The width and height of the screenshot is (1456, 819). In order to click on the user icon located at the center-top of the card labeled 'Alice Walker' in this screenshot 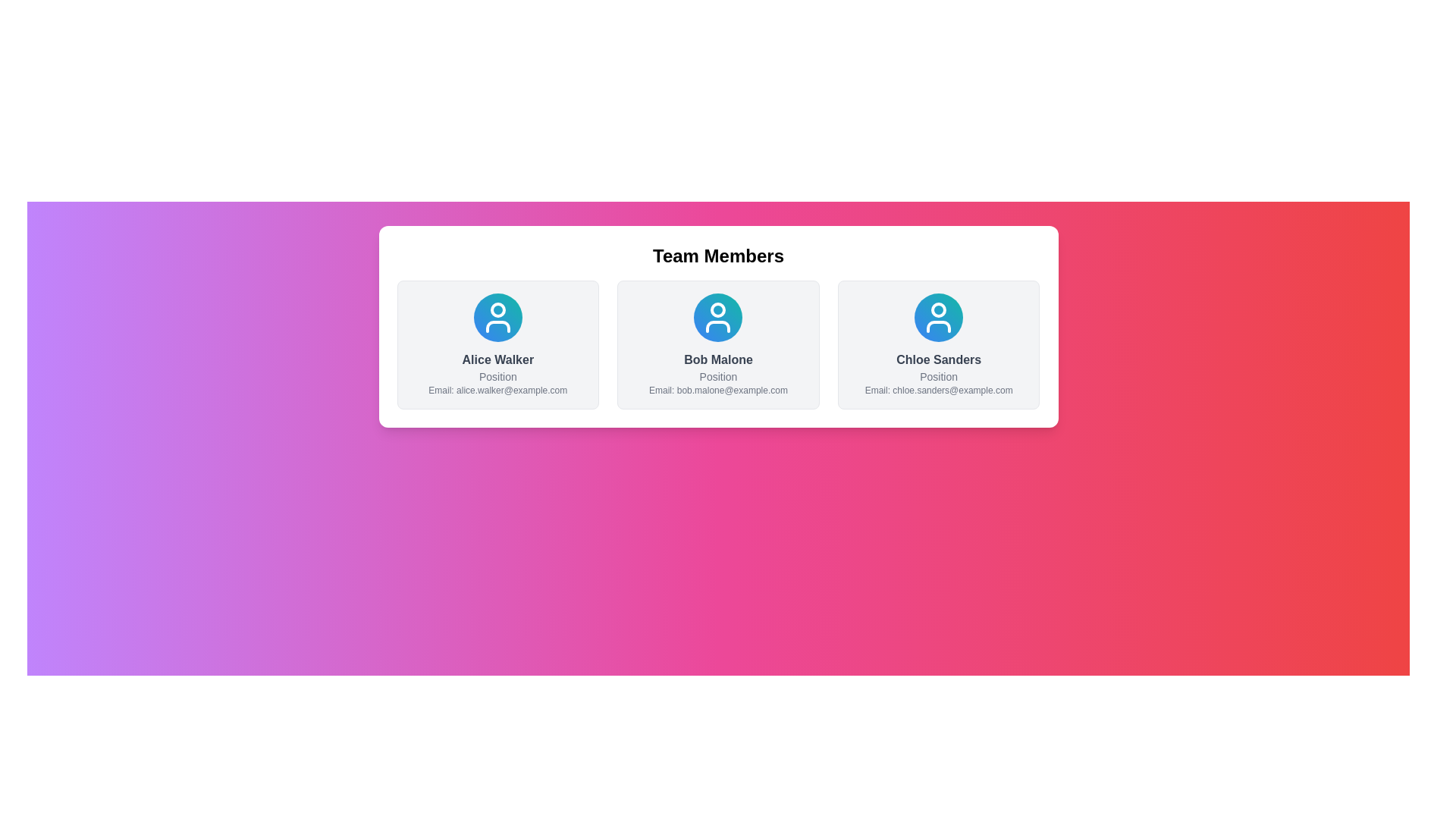, I will do `click(497, 317)`.